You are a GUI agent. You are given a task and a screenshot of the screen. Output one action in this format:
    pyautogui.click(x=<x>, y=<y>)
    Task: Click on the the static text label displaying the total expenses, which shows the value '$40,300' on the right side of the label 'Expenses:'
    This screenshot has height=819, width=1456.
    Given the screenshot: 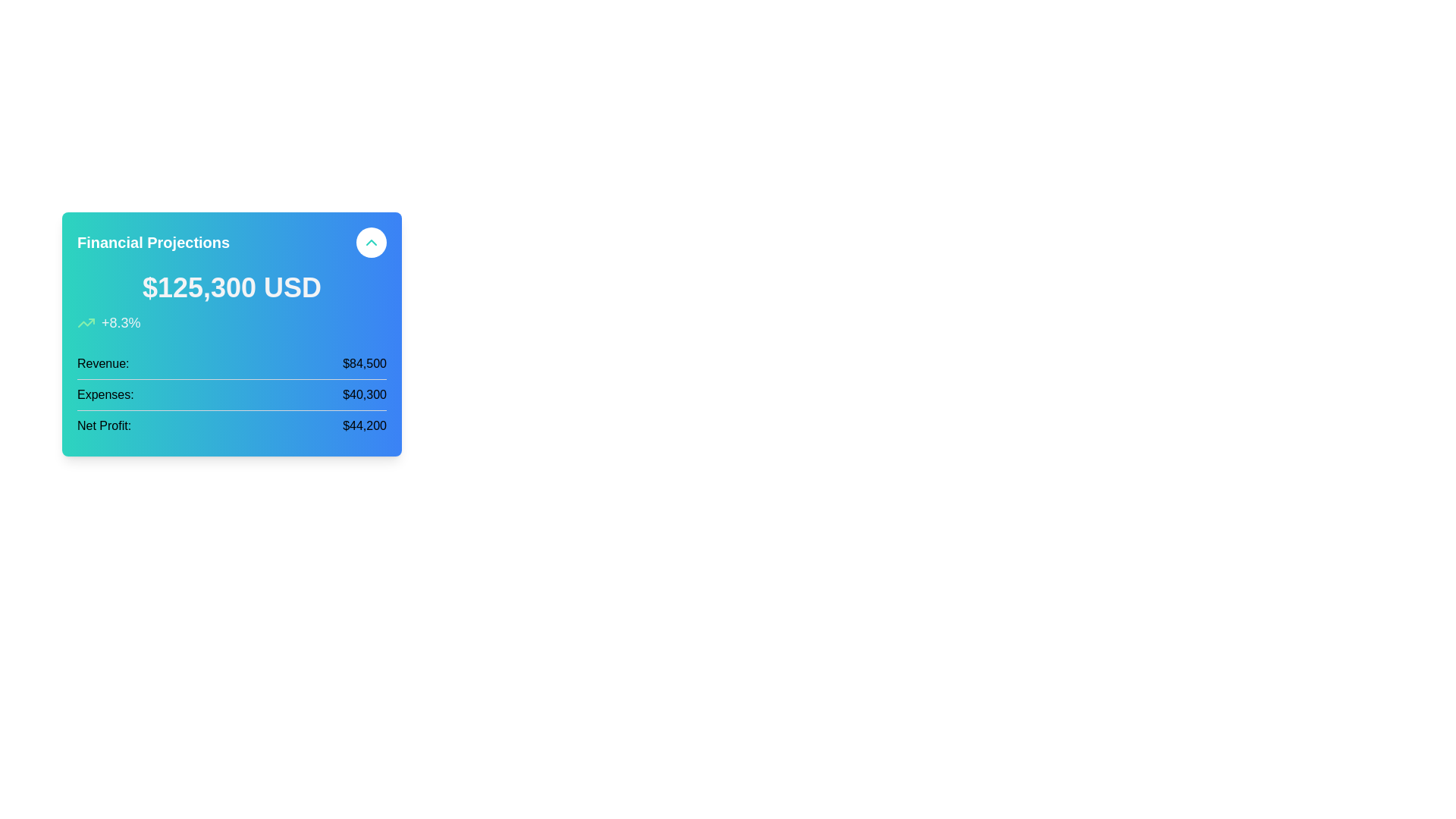 What is the action you would take?
    pyautogui.click(x=365, y=394)
    